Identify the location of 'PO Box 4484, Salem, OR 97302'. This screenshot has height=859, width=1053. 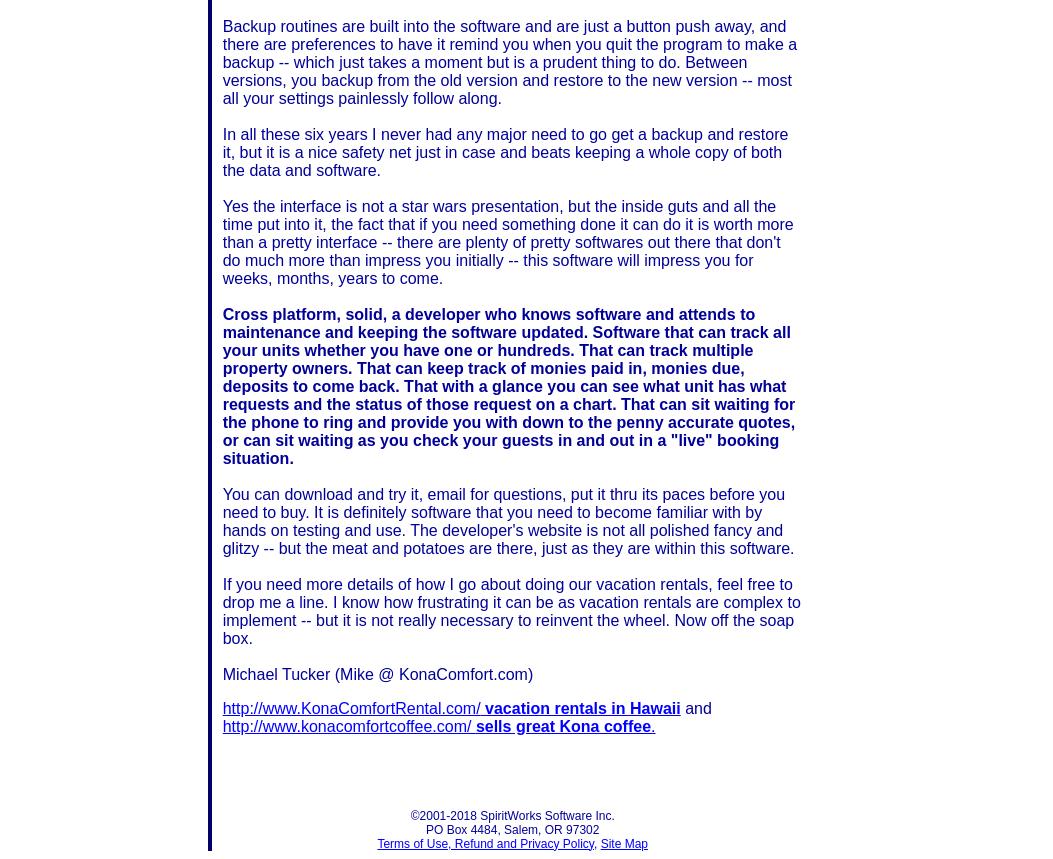
(512, 828).